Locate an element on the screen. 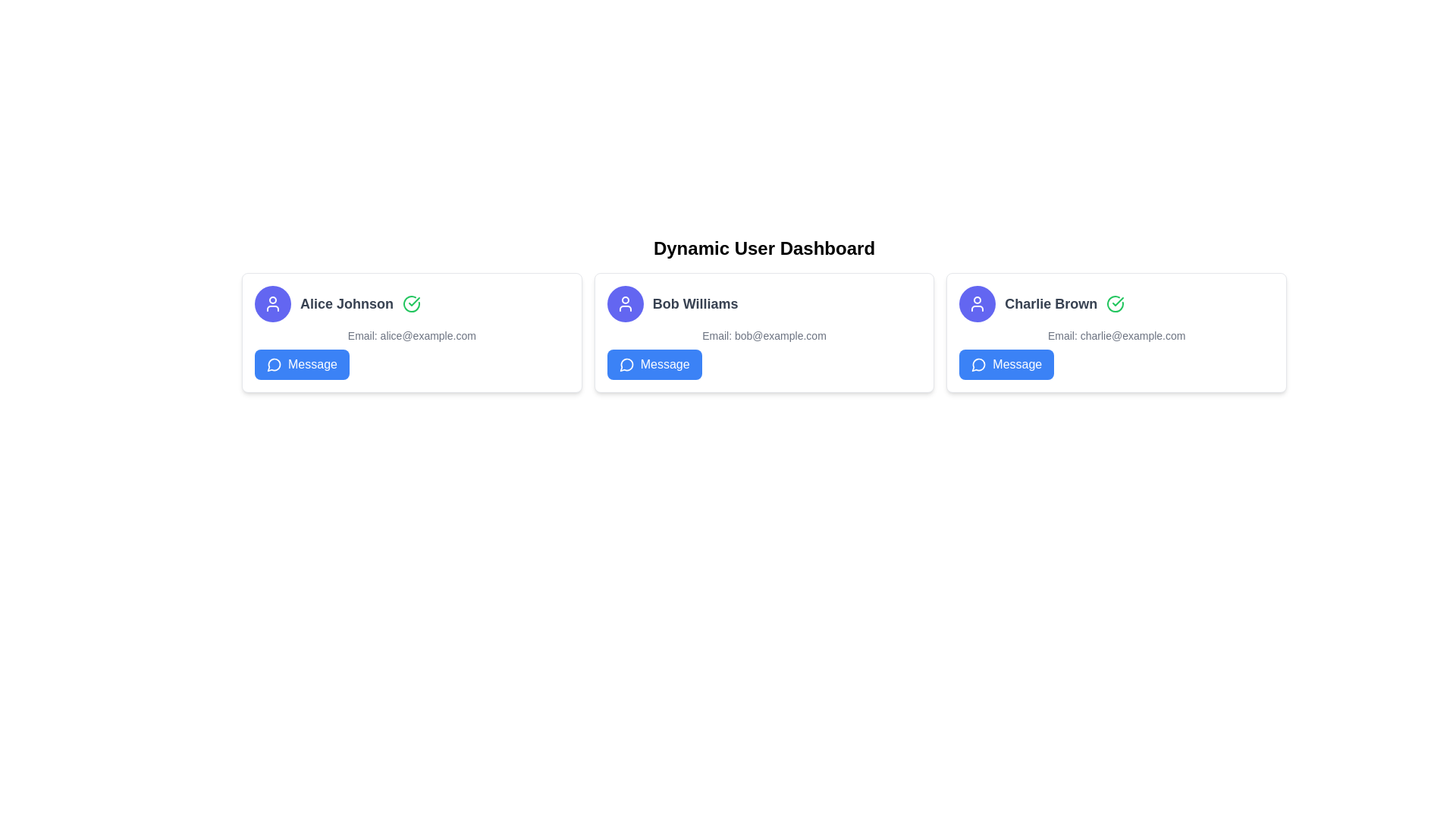 The width and height of the screenshot is (1456, 819). the 'Message' button in the profile card of user 'Alice Johnson' is located at coordinates (274, 365).